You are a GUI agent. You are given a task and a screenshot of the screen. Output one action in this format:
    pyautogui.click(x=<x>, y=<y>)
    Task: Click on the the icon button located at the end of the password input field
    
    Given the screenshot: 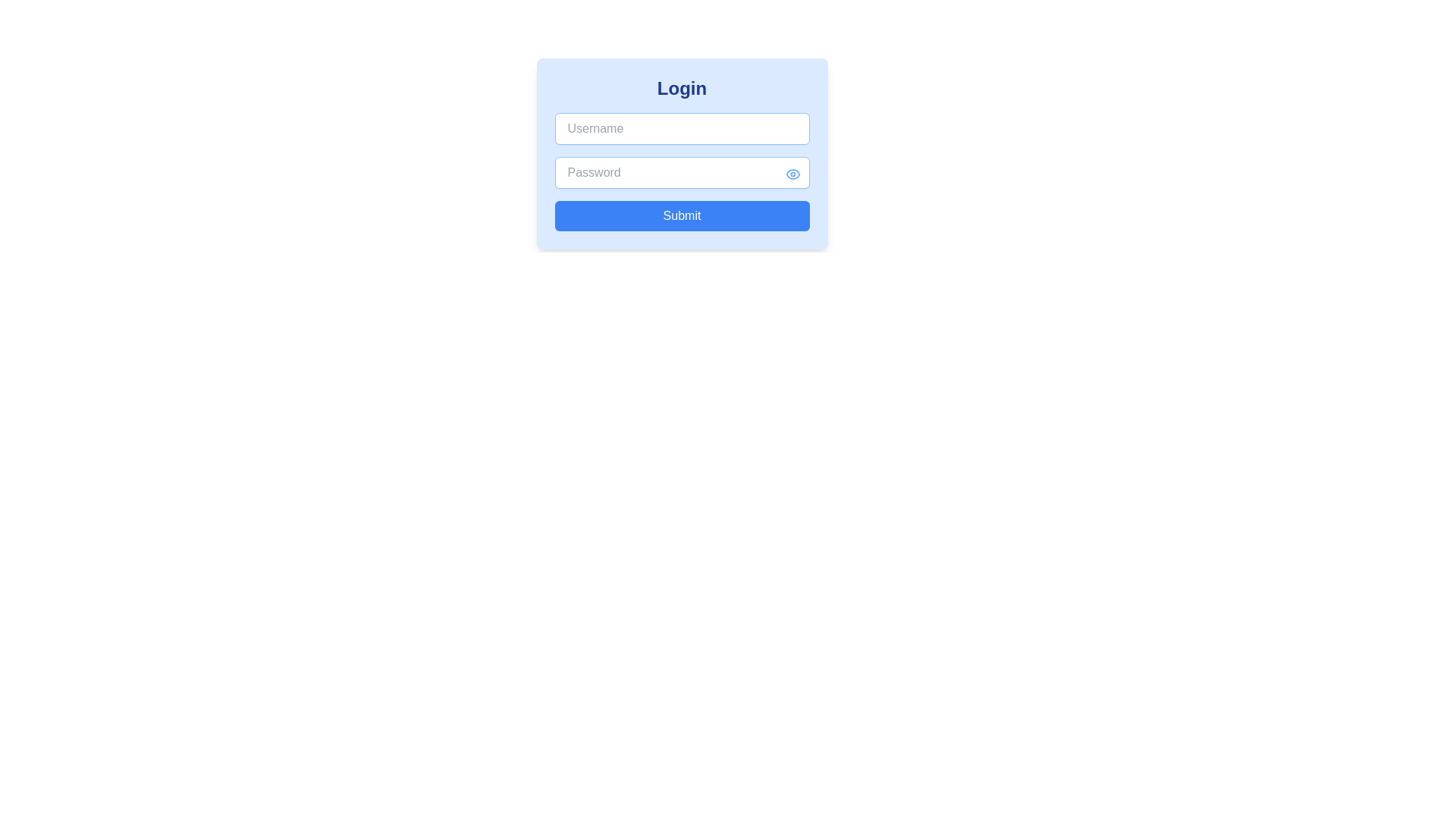 What is the action you would take?
    pyautogui.click(x=792, y=173)
    